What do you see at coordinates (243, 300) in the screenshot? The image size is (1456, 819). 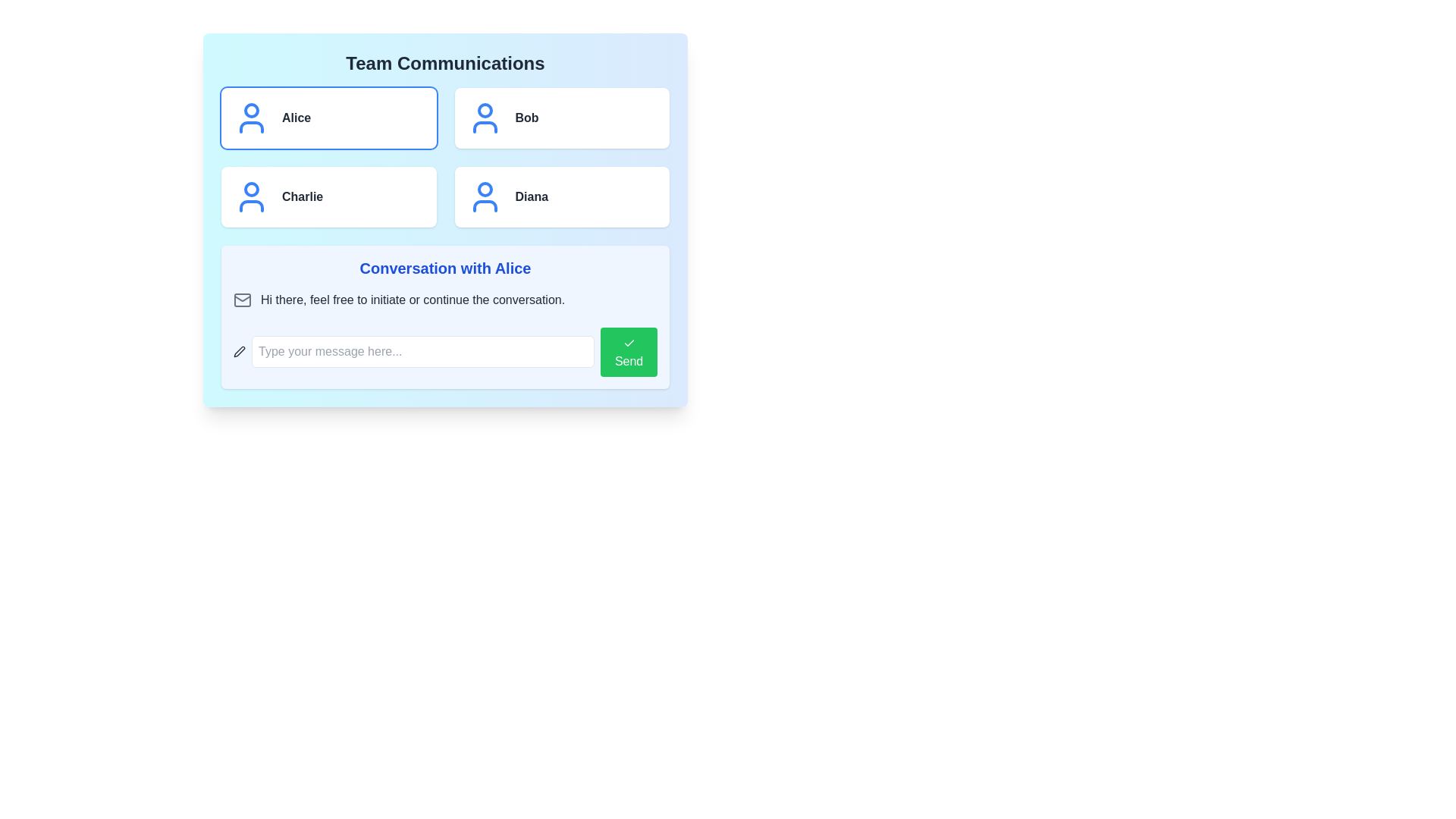 I see `the email or messaging service icon located to the left of the text message 'Hi there, feel free to initiate or continue the conversation.' in the 'Conversation with Alice' section` at bounding box center [243, 300].